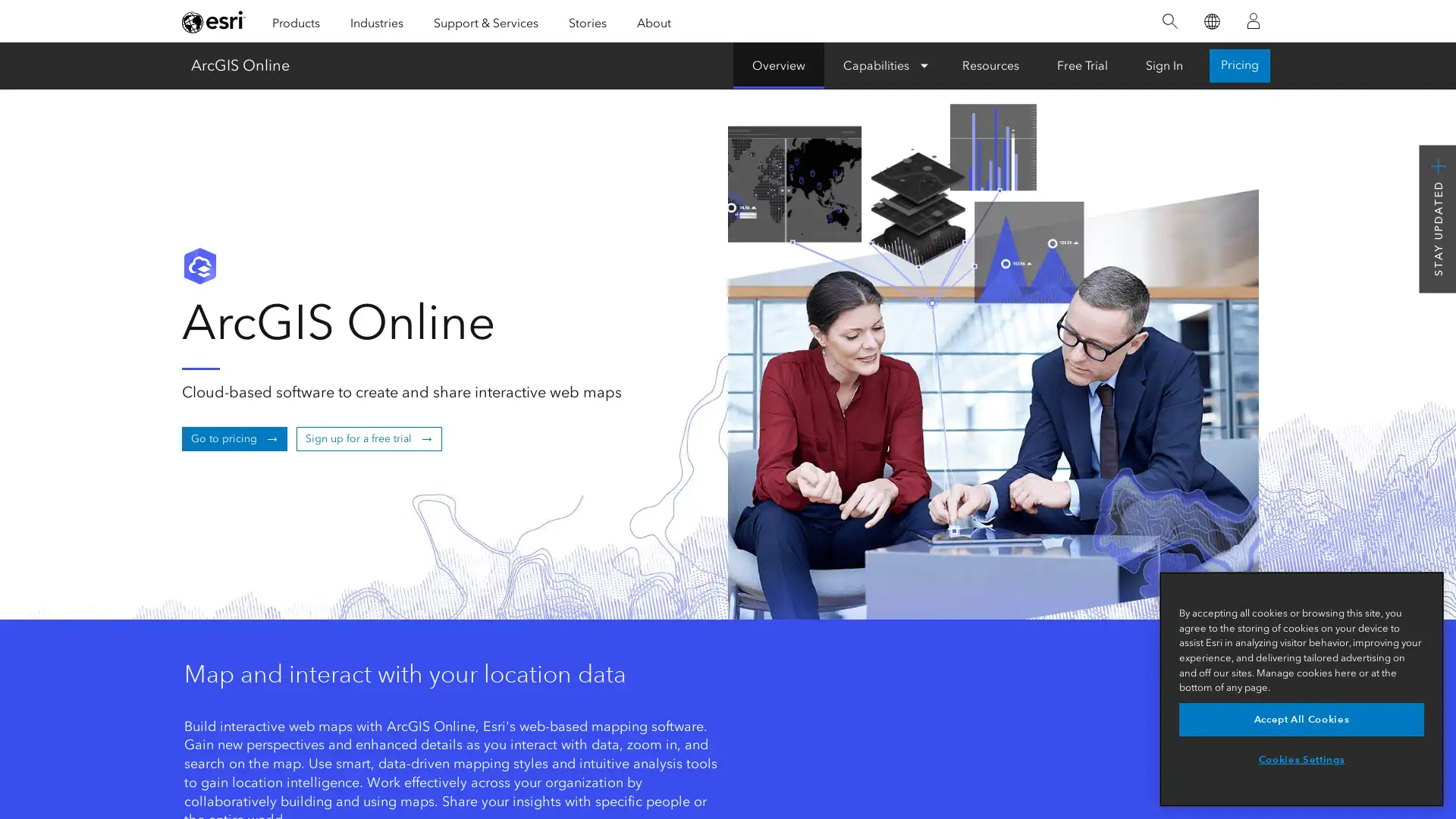 The width and height of the screenshot is (1456, 819). What do you see at coordinates (296, 20) in the screenshot?
I see `Products` at bounding box center [296, 20].